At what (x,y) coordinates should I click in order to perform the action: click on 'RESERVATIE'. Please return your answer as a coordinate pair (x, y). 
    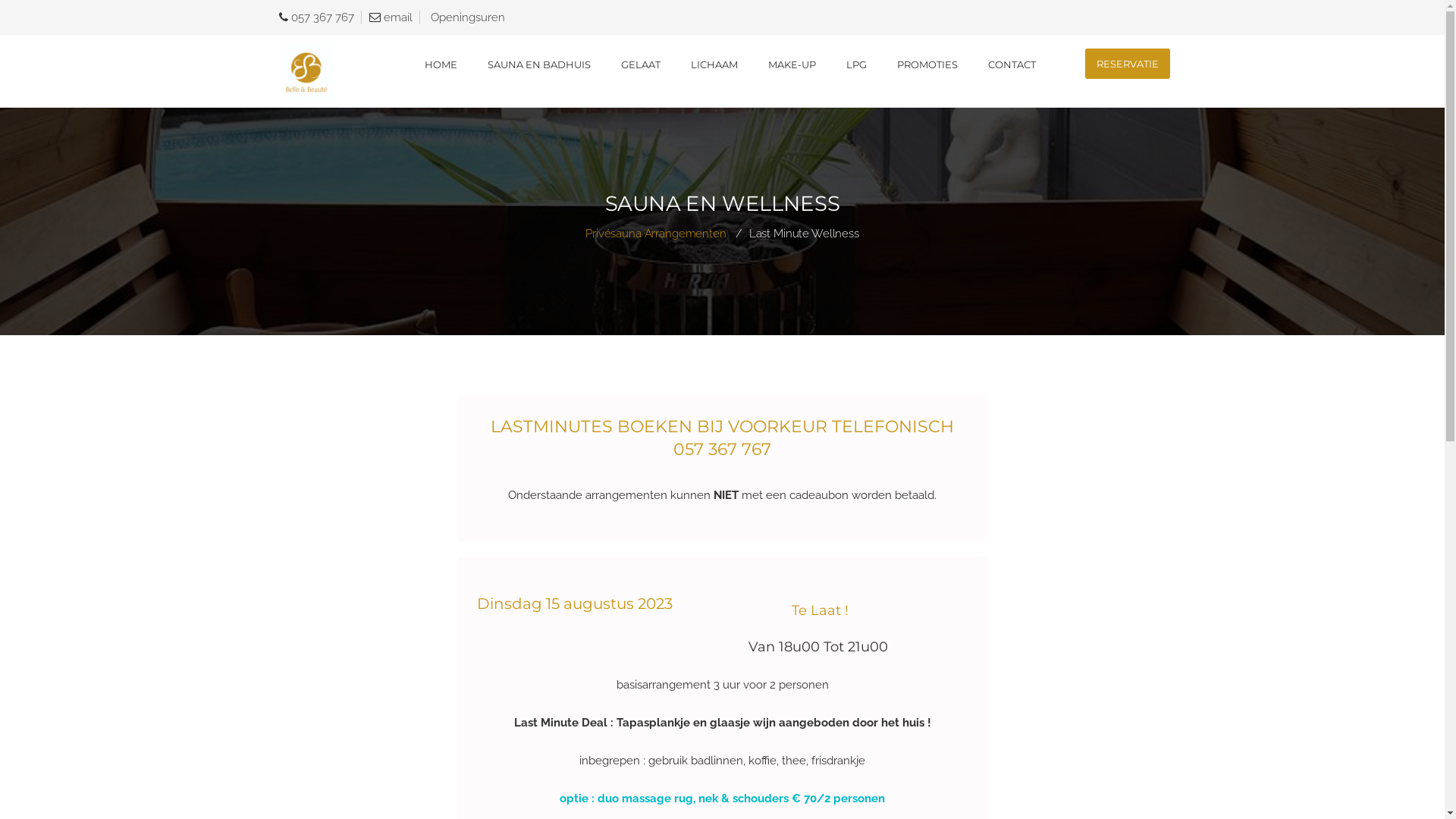
    Looking at the image, I should click on (1127, 71).